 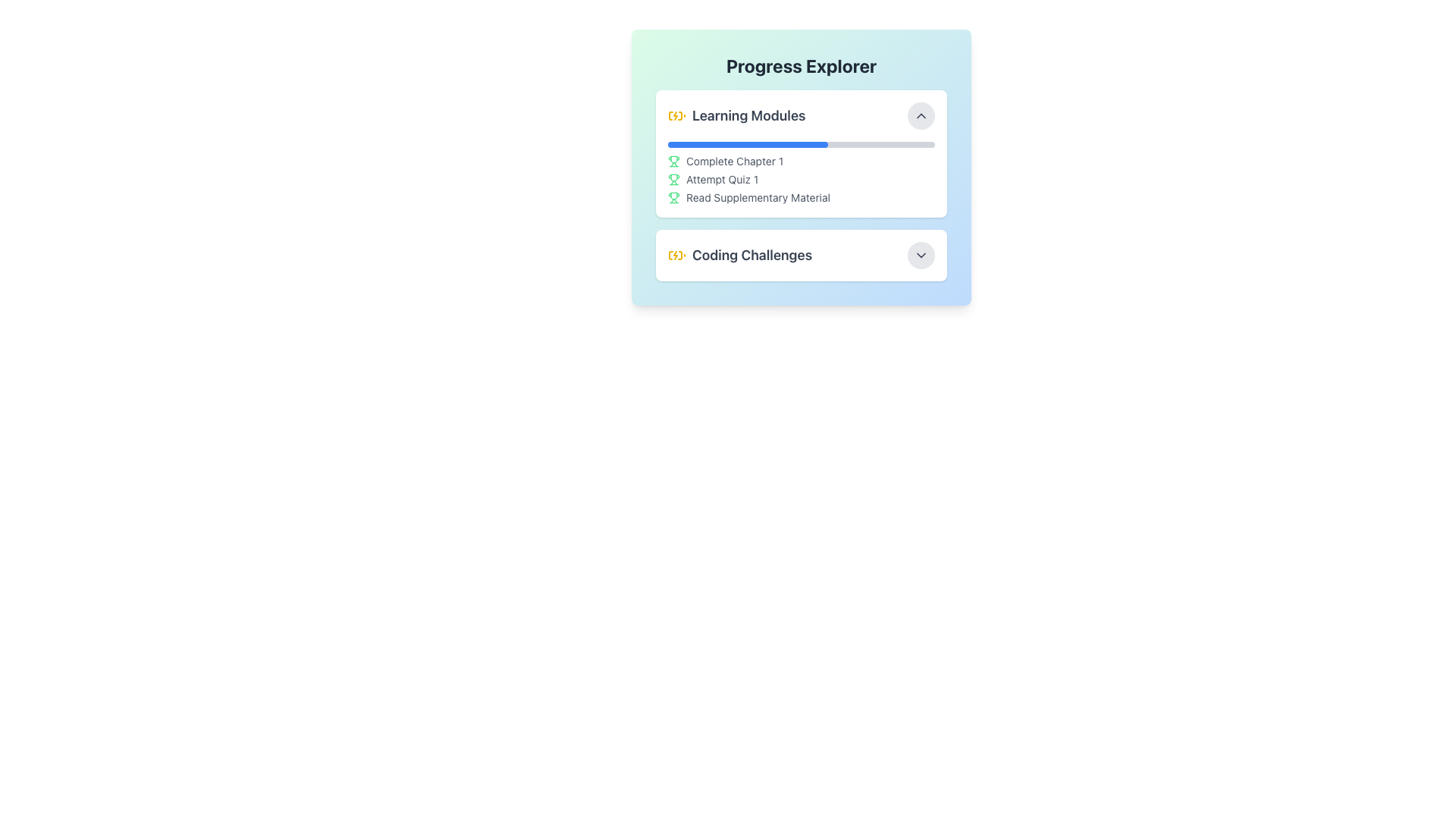 I want to click on the circular button with a light gray background and a downward-facing chevron icon, located to the right of the 'Coding Challenges' section, so click(x=920, y=254).